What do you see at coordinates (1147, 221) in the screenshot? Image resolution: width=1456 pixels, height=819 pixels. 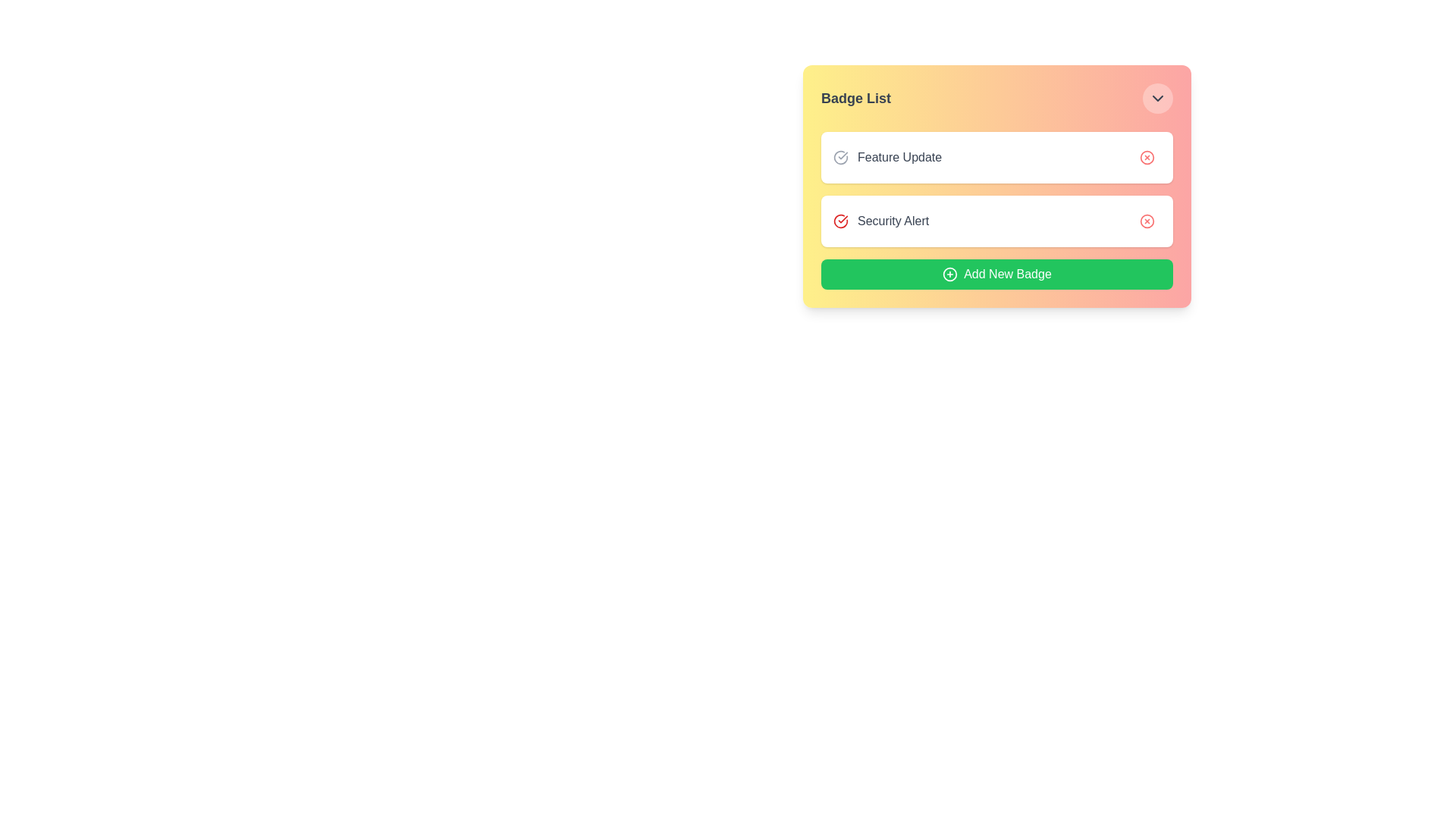 I see `the graphical icon, a circle representing the 'Security Alert' badge, located in the second row of the 'Badge List' interface` at bounding box center [1147, 221].